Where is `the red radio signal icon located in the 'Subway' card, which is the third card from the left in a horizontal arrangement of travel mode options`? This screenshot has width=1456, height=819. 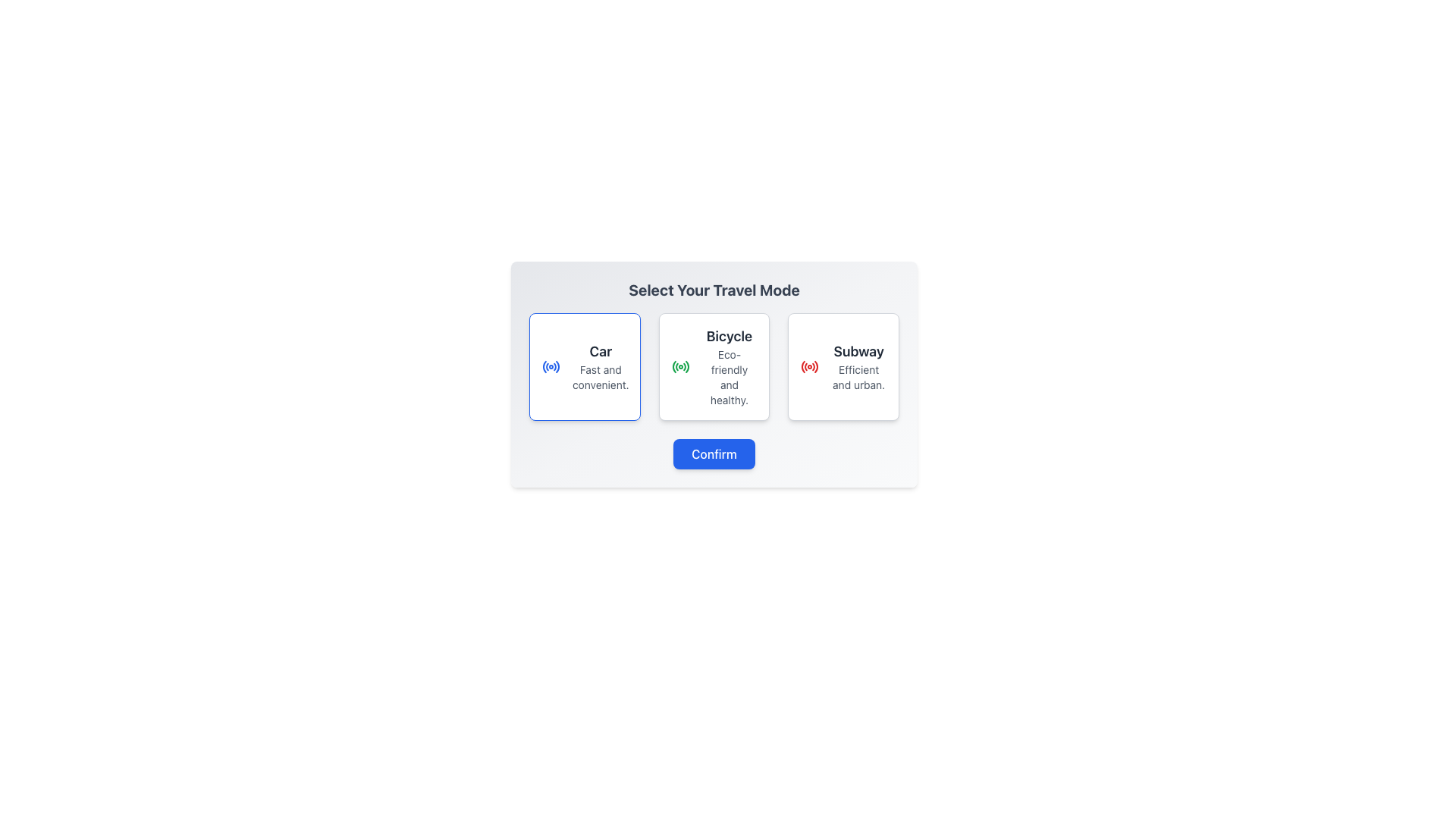 the red radio signal icon located in the 'Subway' card, which is the third card from the left in a horizontal arrangement of travel mode options is located at coordinates (809, 366).